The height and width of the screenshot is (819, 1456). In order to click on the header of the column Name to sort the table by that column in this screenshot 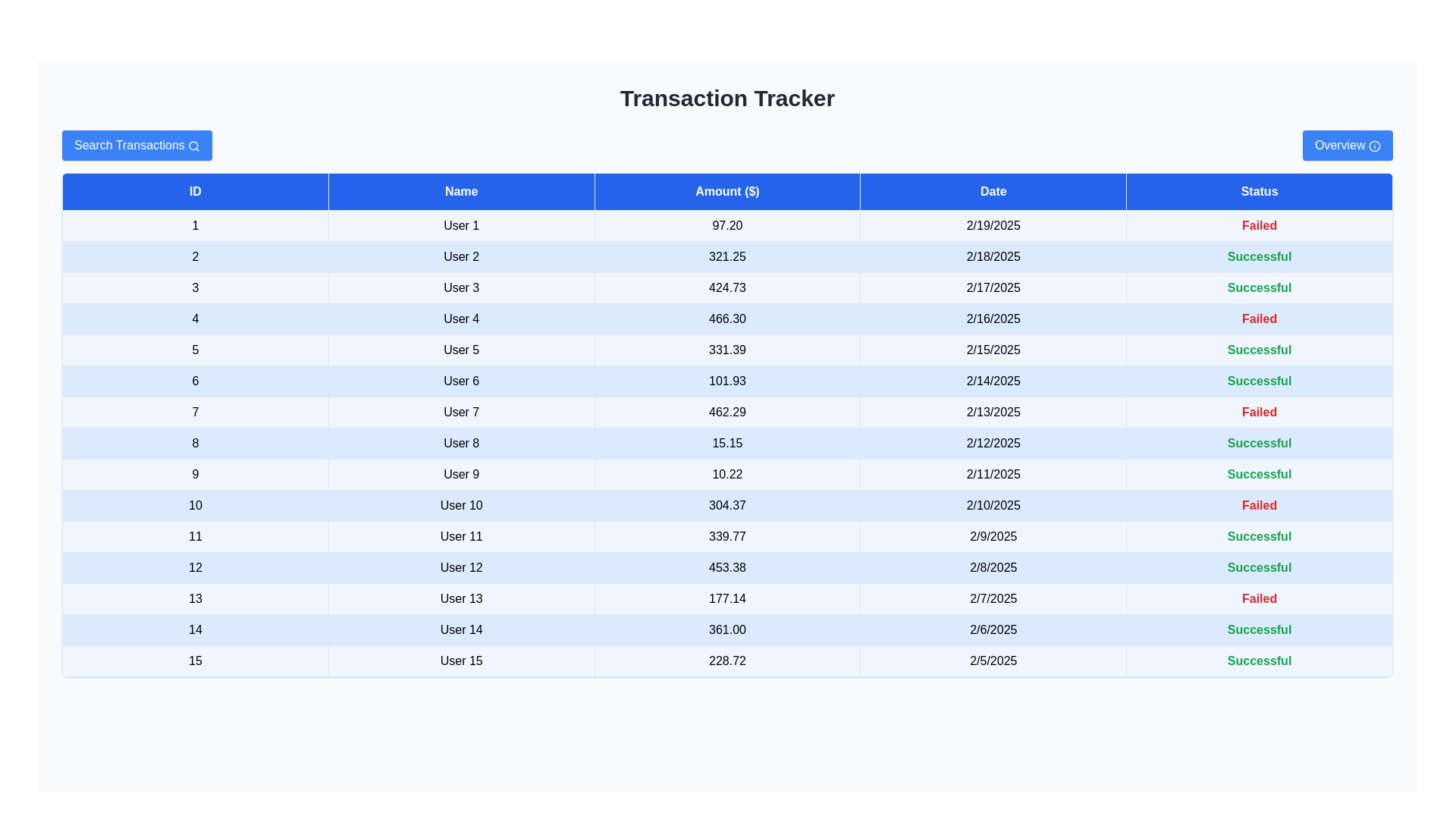, I will do `click(460, 191)`.